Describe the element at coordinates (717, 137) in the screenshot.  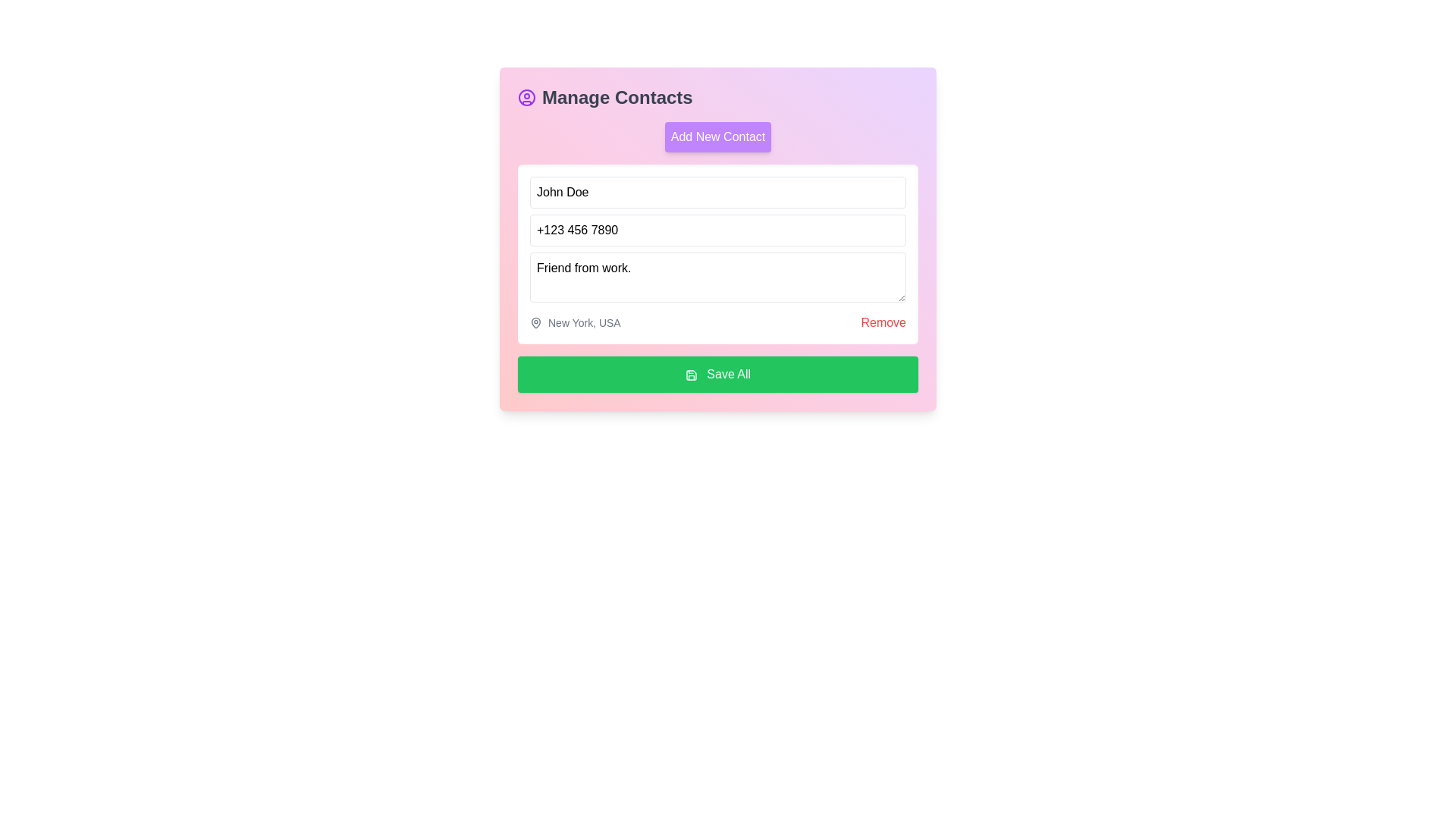
I see `the 'Add New Contact' button located below the 'Manage Contacts' title` at that location.